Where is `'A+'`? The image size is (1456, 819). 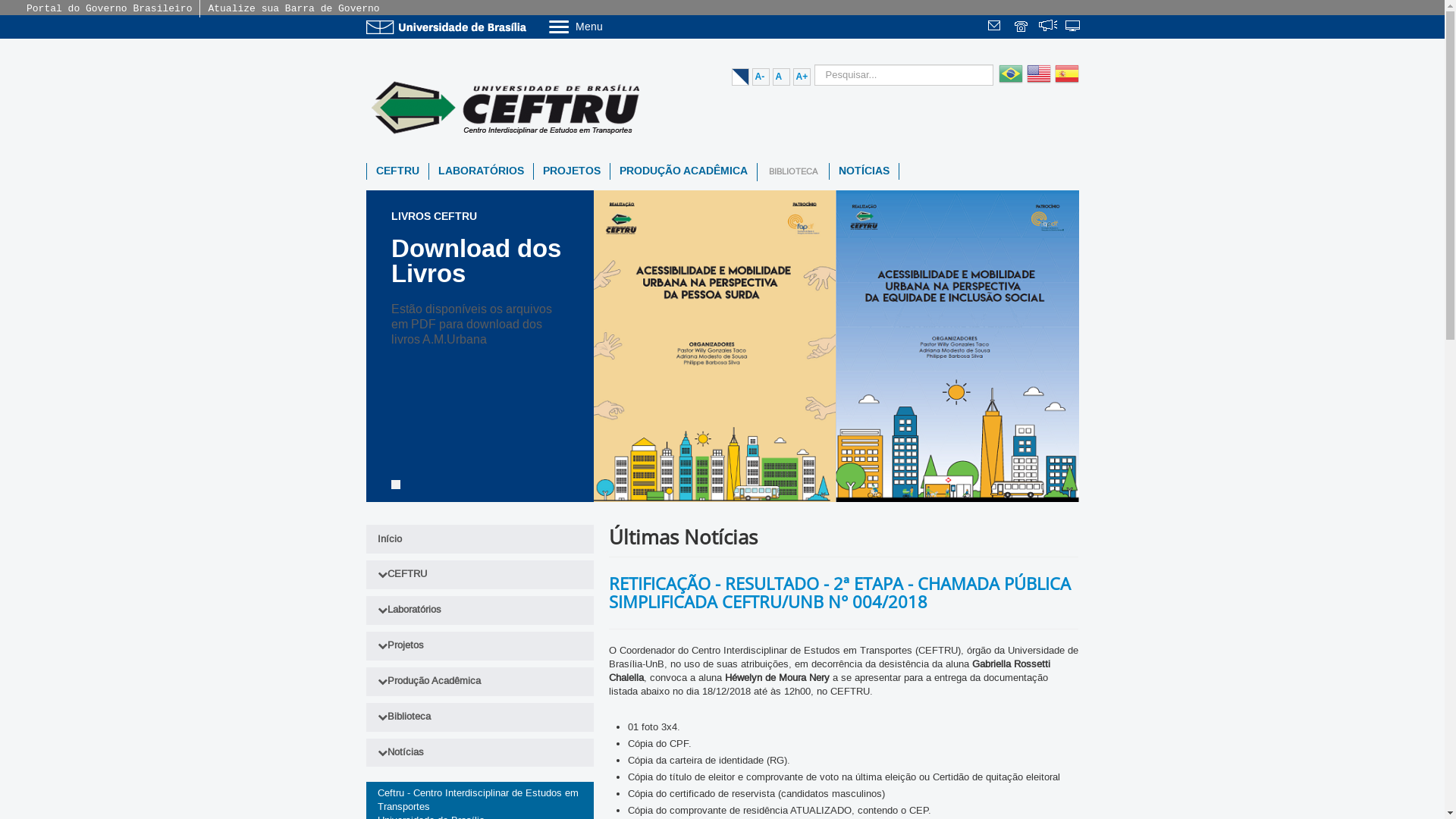 'A+' is located at coordinates (801, 77).